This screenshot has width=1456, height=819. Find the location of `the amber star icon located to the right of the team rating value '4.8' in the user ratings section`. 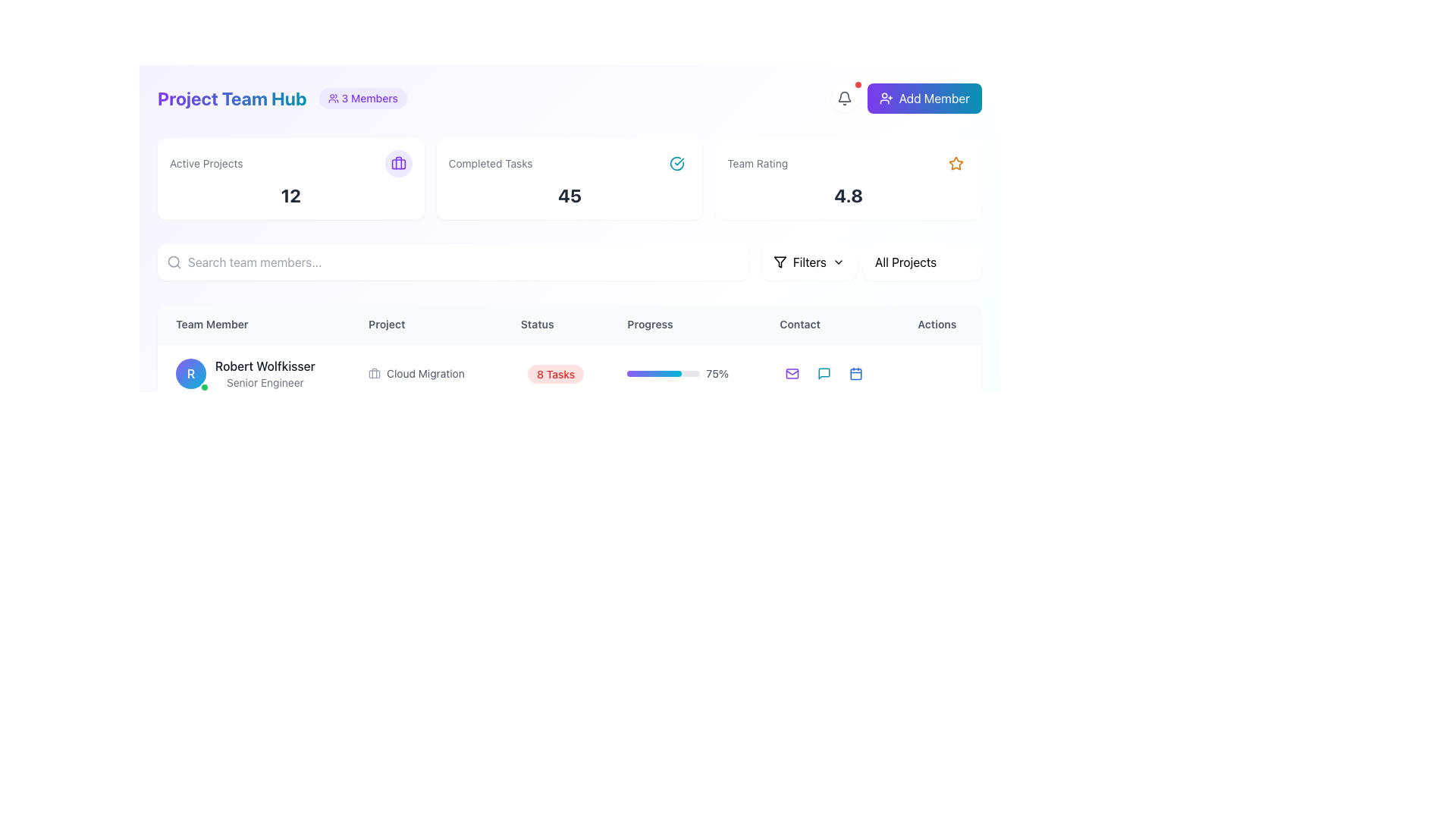

the amber star icon located to the right of the team rating value '4.8' in the user ratings section is located at coordinates (955, 163).